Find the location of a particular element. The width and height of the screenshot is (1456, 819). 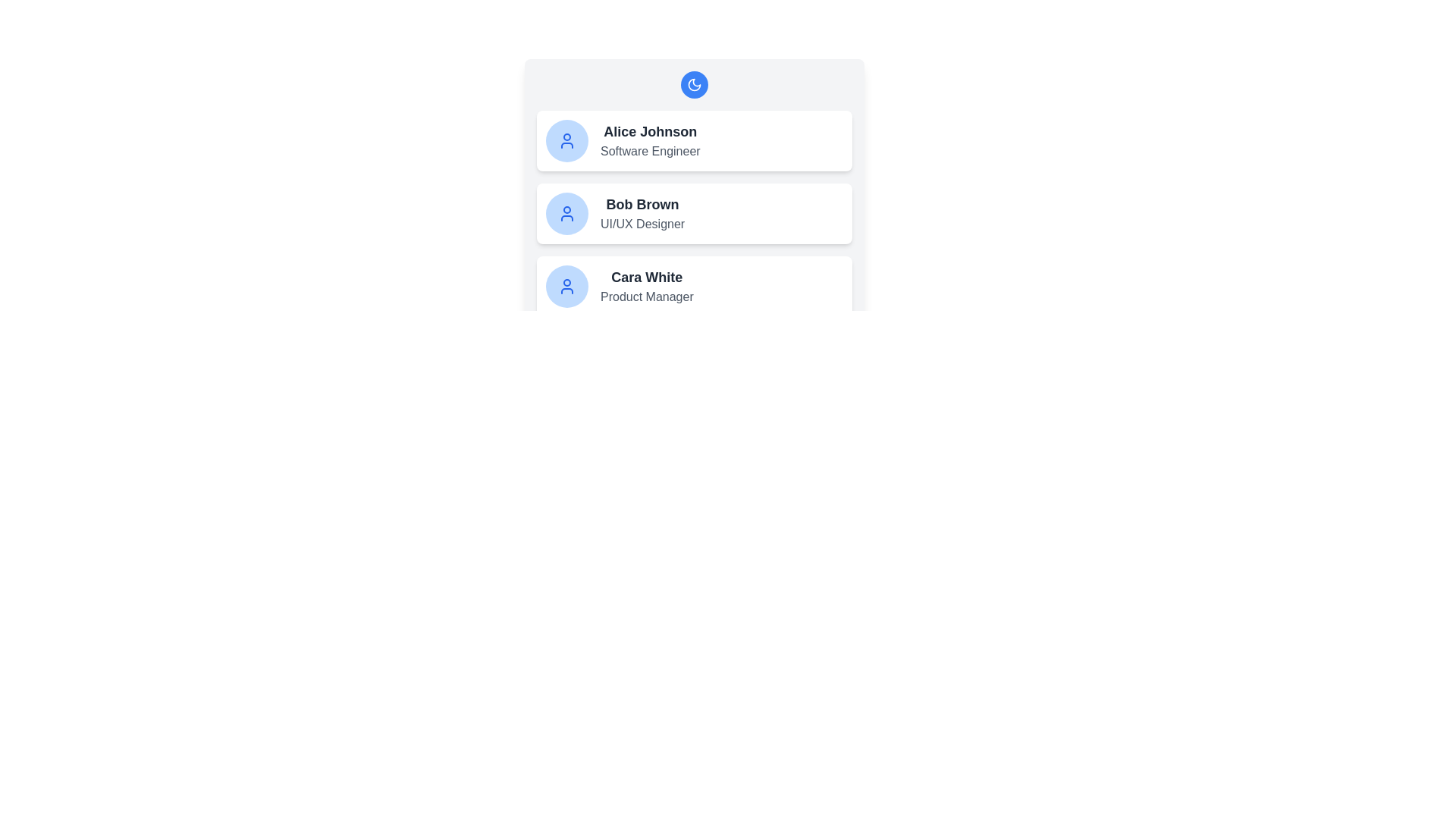

the dark mode toggle icon located at the top-central part of the interface is located at coordinates (694, 84).